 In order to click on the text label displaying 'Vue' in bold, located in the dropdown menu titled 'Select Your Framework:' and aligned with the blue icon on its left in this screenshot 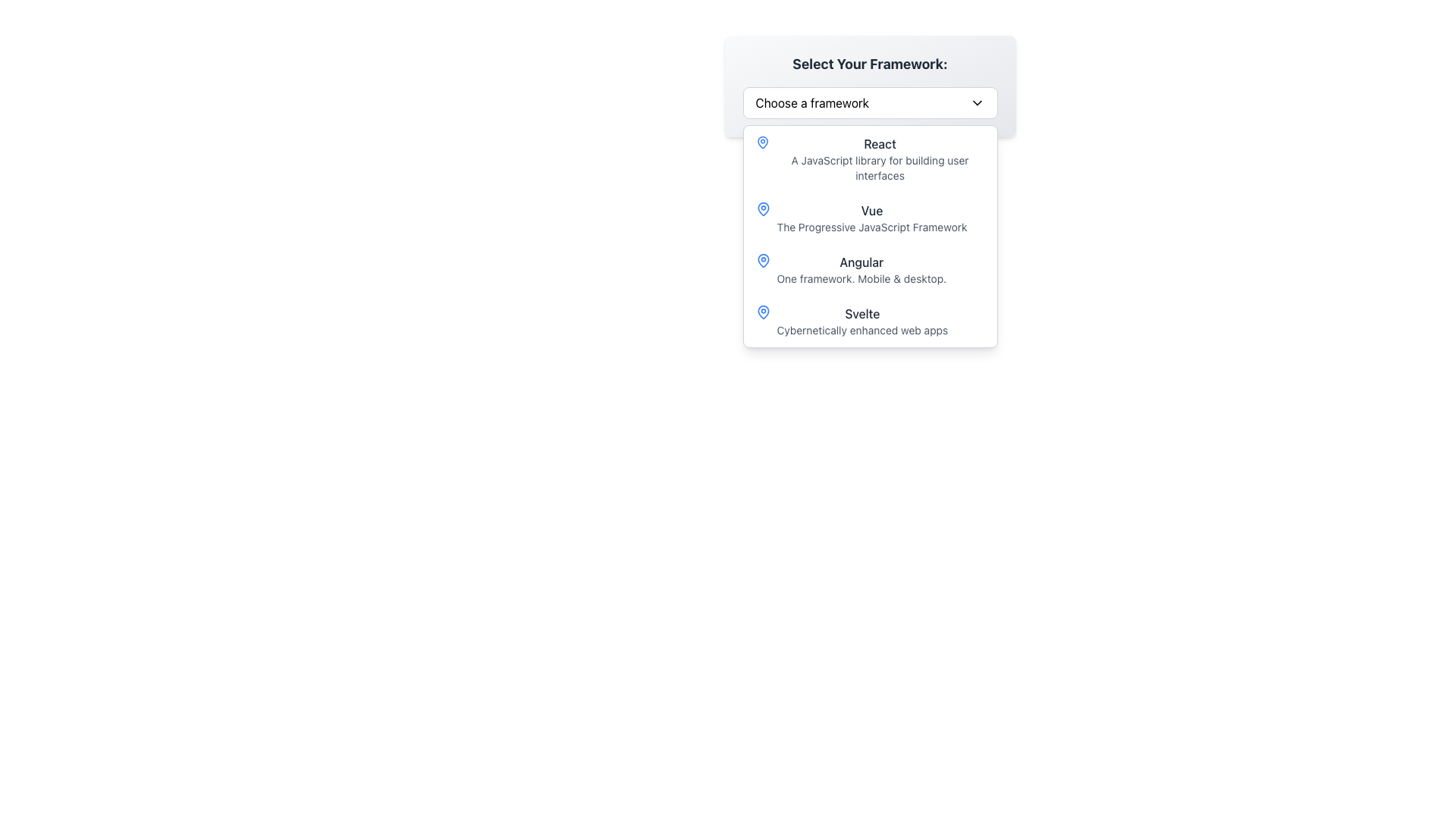, I will do `click(871, 210)`.